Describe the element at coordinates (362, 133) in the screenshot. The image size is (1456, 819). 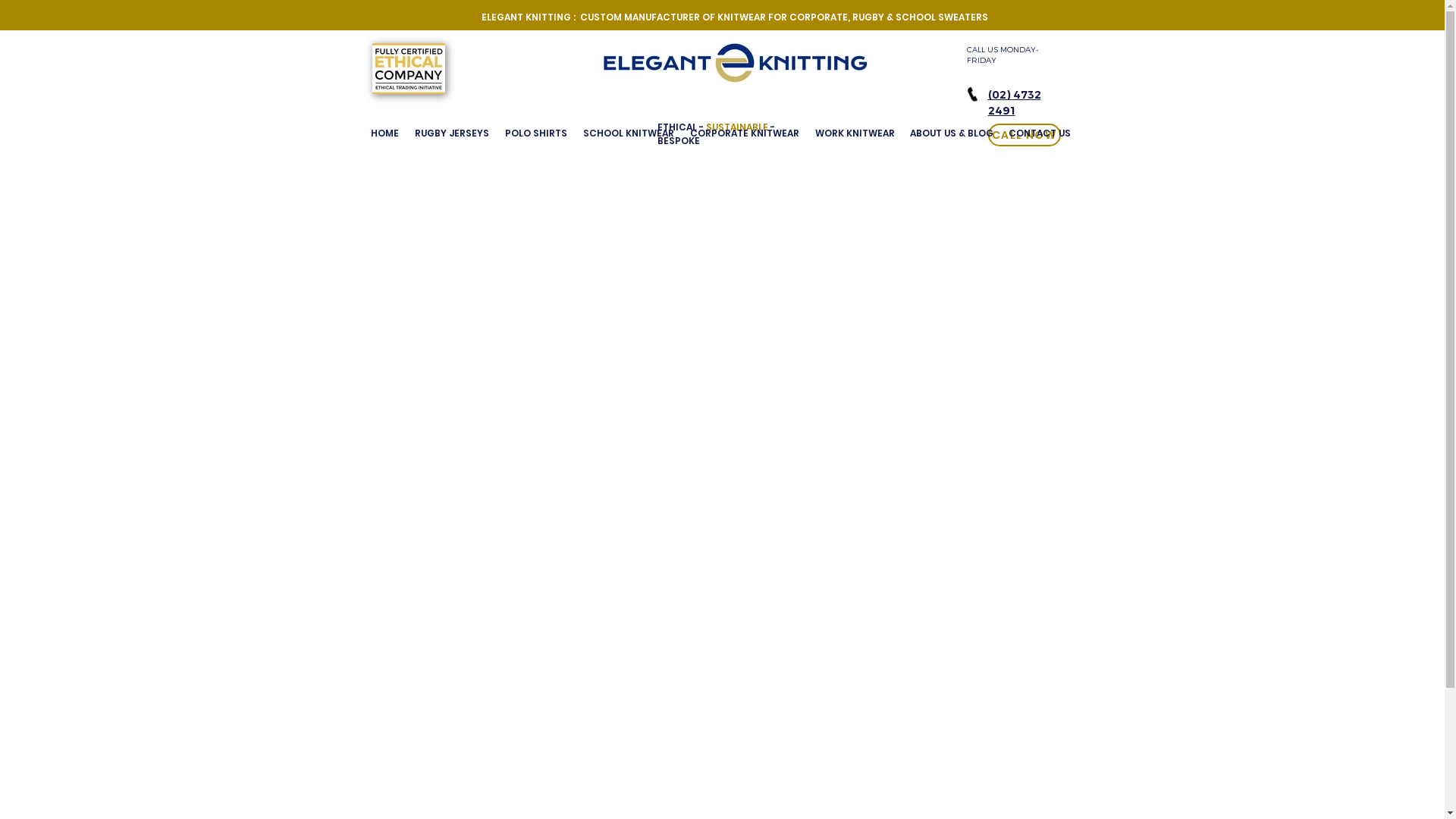
I see `'HOME'` at that location.